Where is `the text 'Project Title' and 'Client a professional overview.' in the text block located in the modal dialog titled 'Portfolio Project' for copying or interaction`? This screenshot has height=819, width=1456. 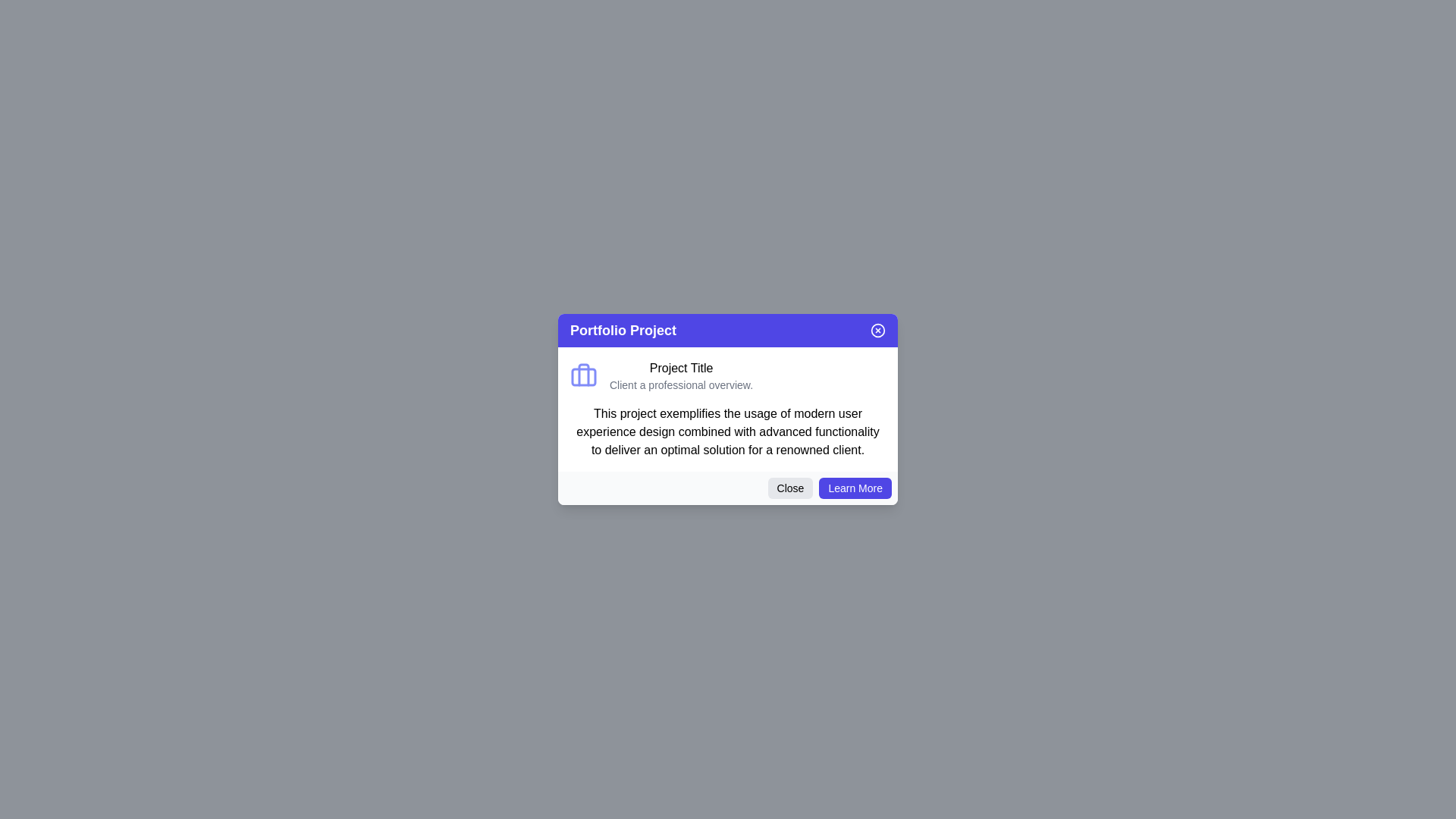 the text 'Project Title' and 'Client a professional overview.' in the text block located in the modal dialog titled 'Portfolio Project' for copying or interaction is located at coordinates (680, 375).